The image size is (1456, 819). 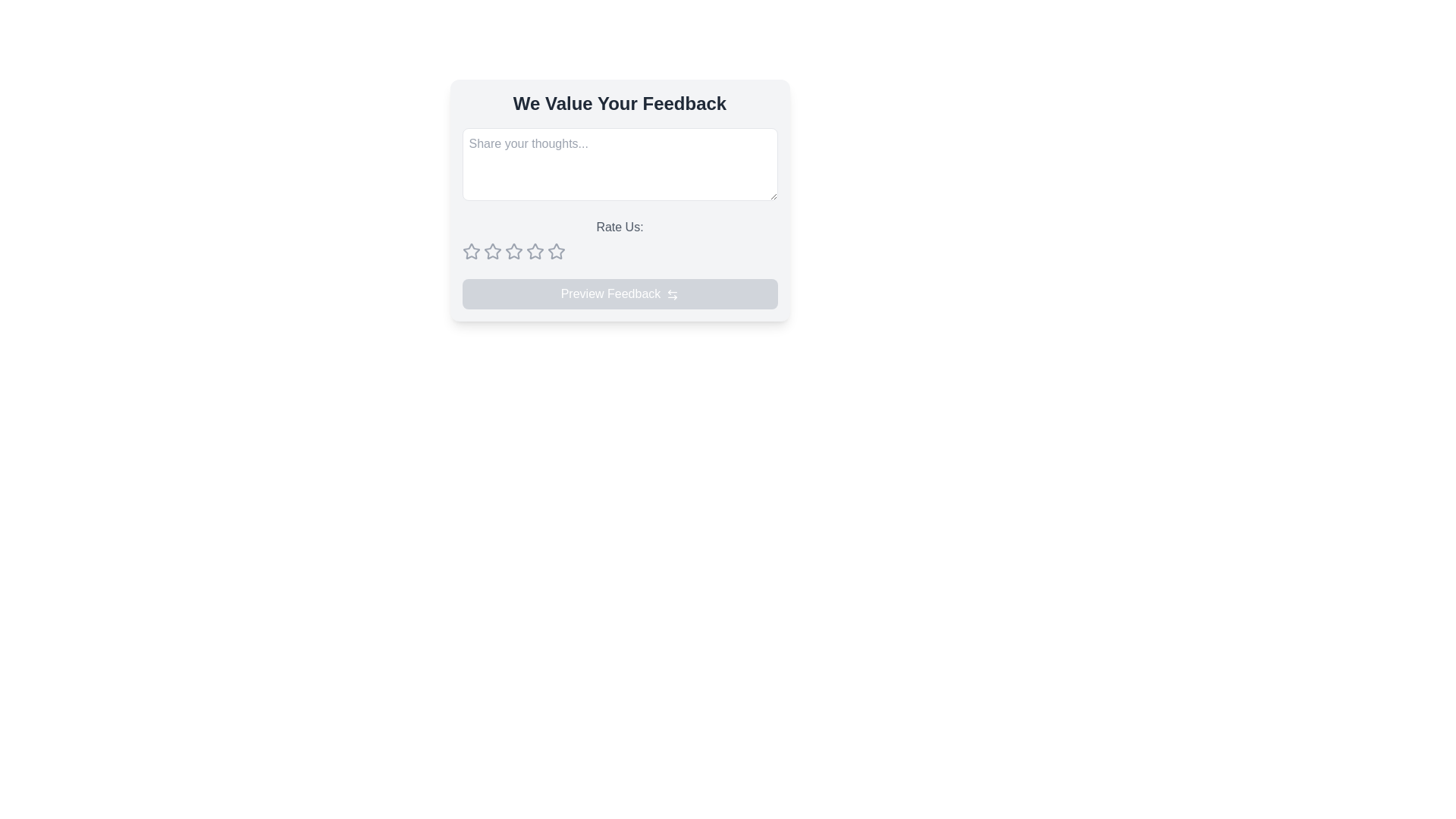 What do you see at coordinates (535, 250) in the screenshot?
I see `the third star-shaped rating icon with a hollow outline and gray color in the 'Rate Us:' section of the feedback form` at bounding box center [535, 250].